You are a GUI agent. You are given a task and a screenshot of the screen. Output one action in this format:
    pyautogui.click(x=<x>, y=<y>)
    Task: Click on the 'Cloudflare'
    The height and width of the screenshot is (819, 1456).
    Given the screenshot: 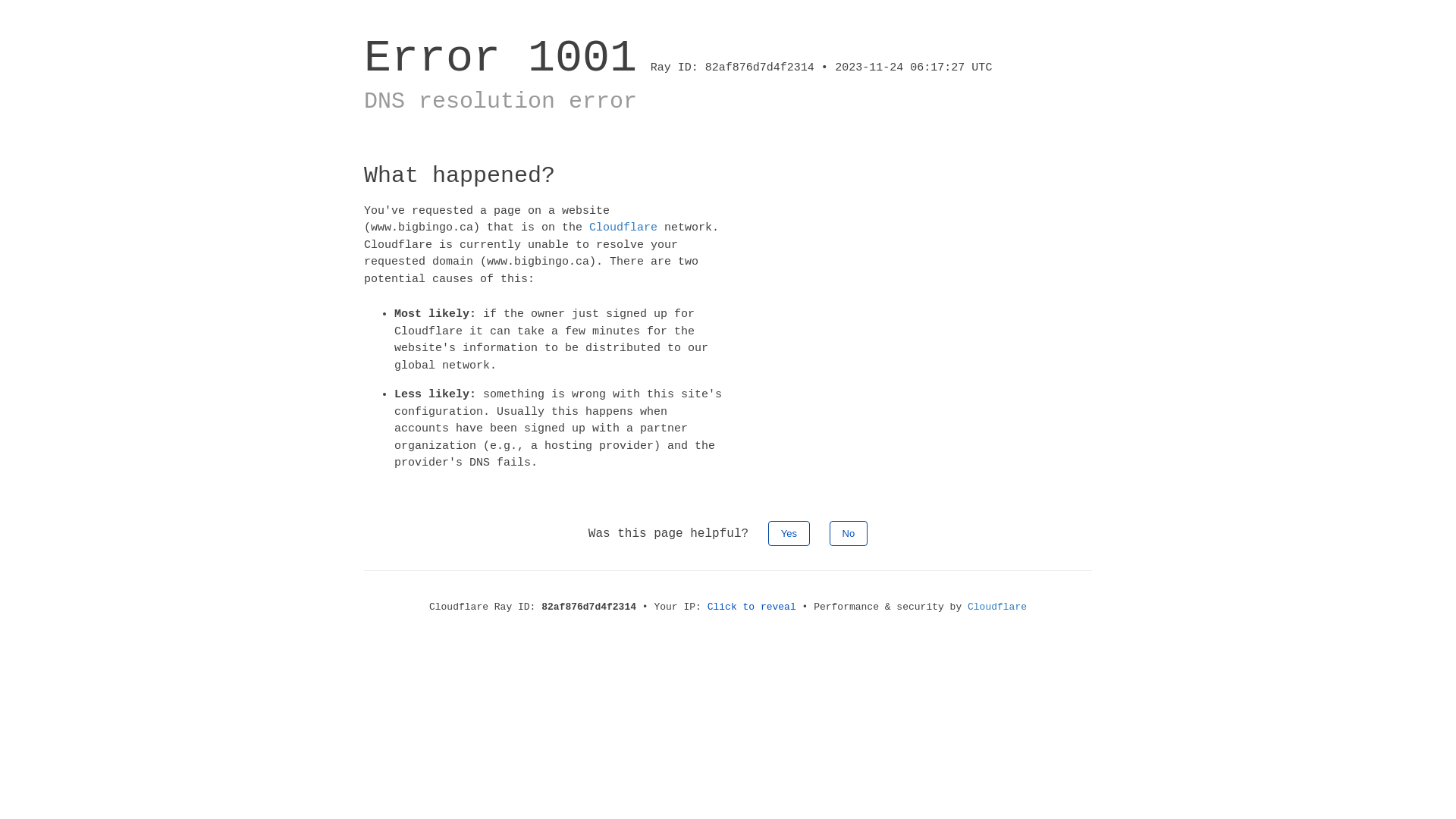 What is the action you would take?
    pyautogui.click(x=967, y=605)
    